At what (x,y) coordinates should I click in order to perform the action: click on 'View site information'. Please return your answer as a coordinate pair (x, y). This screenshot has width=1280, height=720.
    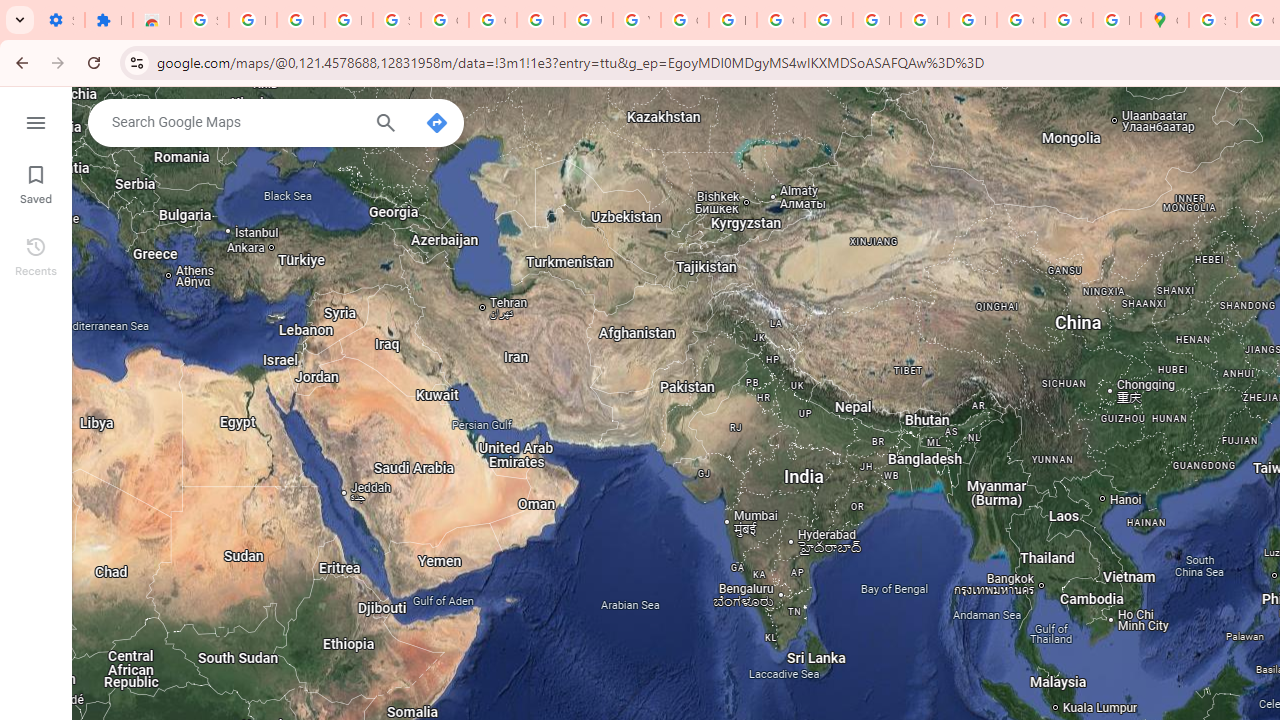
    Looking at the image, I should click on (135, 61).